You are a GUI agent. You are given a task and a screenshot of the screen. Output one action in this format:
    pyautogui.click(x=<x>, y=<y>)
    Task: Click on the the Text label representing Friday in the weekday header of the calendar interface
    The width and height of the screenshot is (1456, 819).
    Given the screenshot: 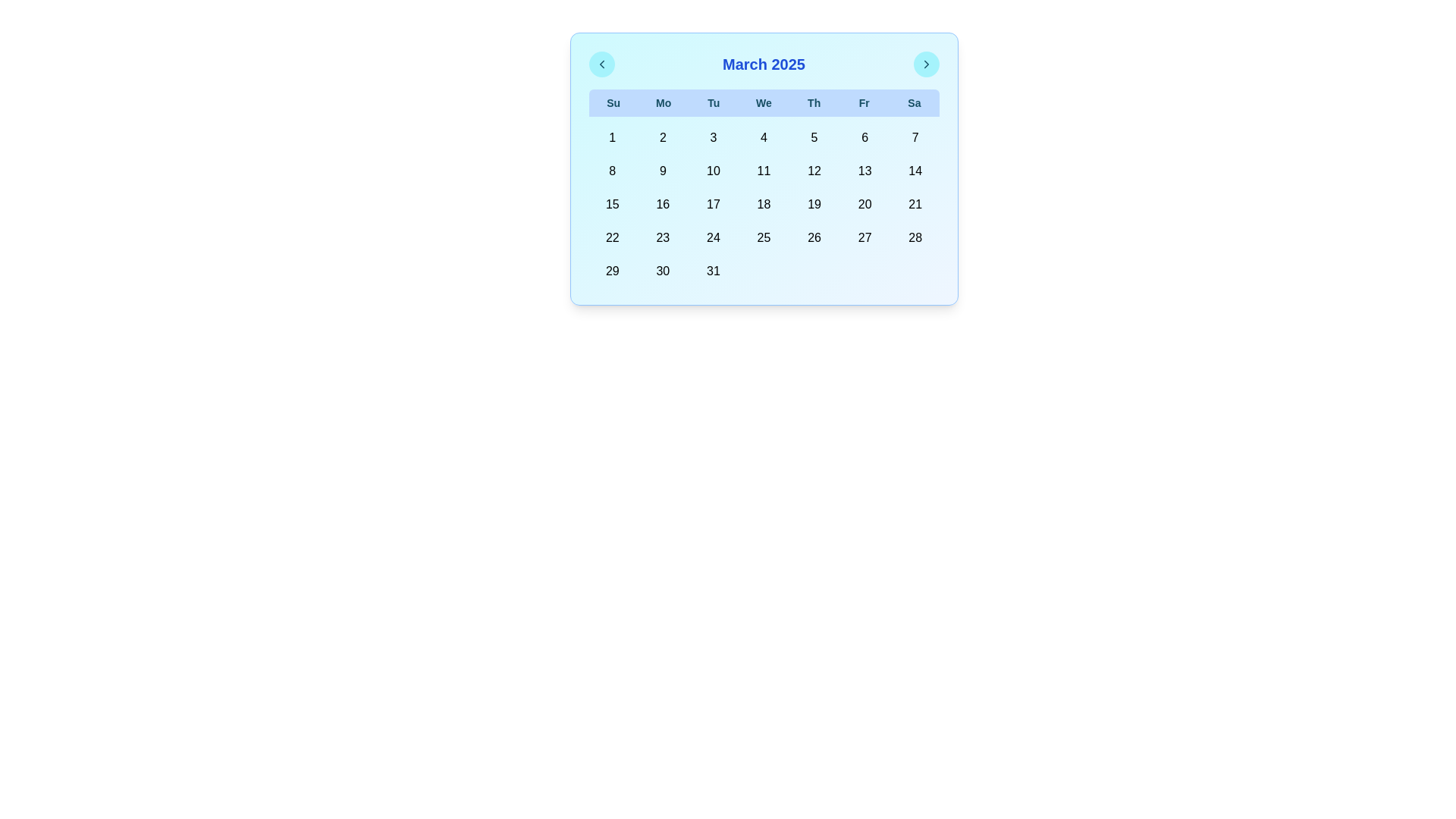 What is the action you would take?
    pyautogui.click(x=864, y=102)
    